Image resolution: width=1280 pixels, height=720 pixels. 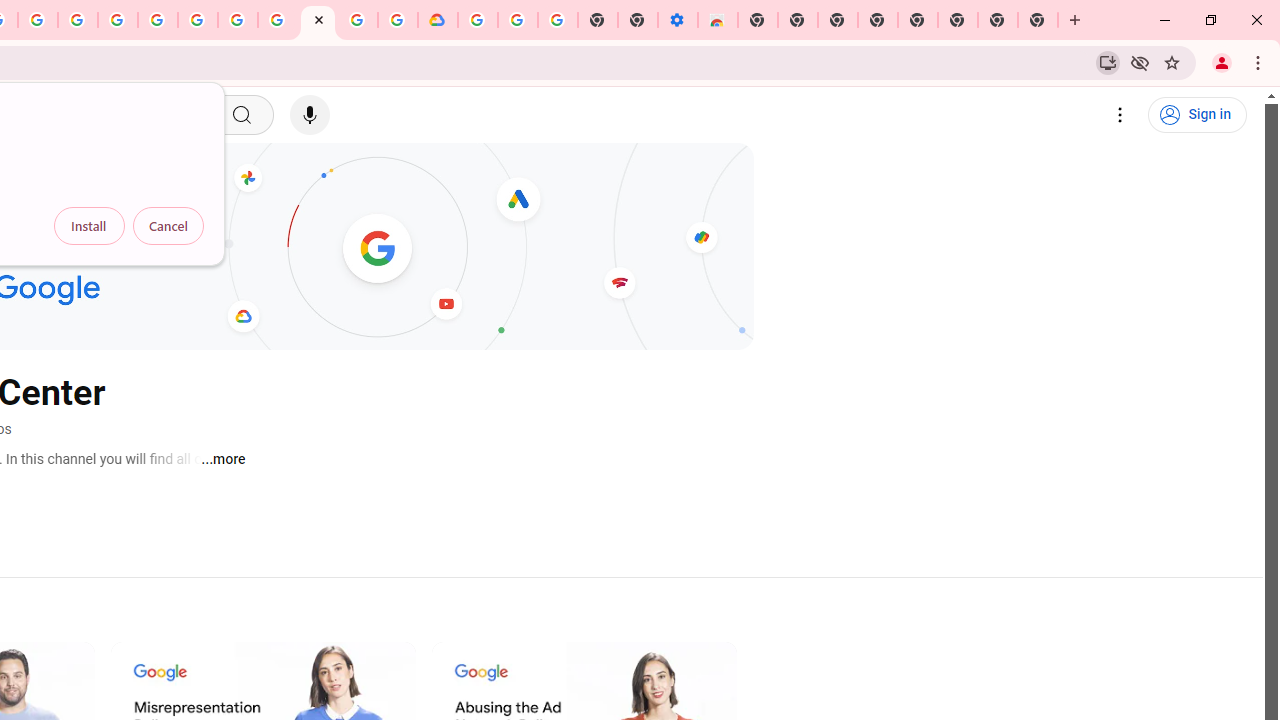 I want to click on 'Google Account Help', so click(x=238, y=20).